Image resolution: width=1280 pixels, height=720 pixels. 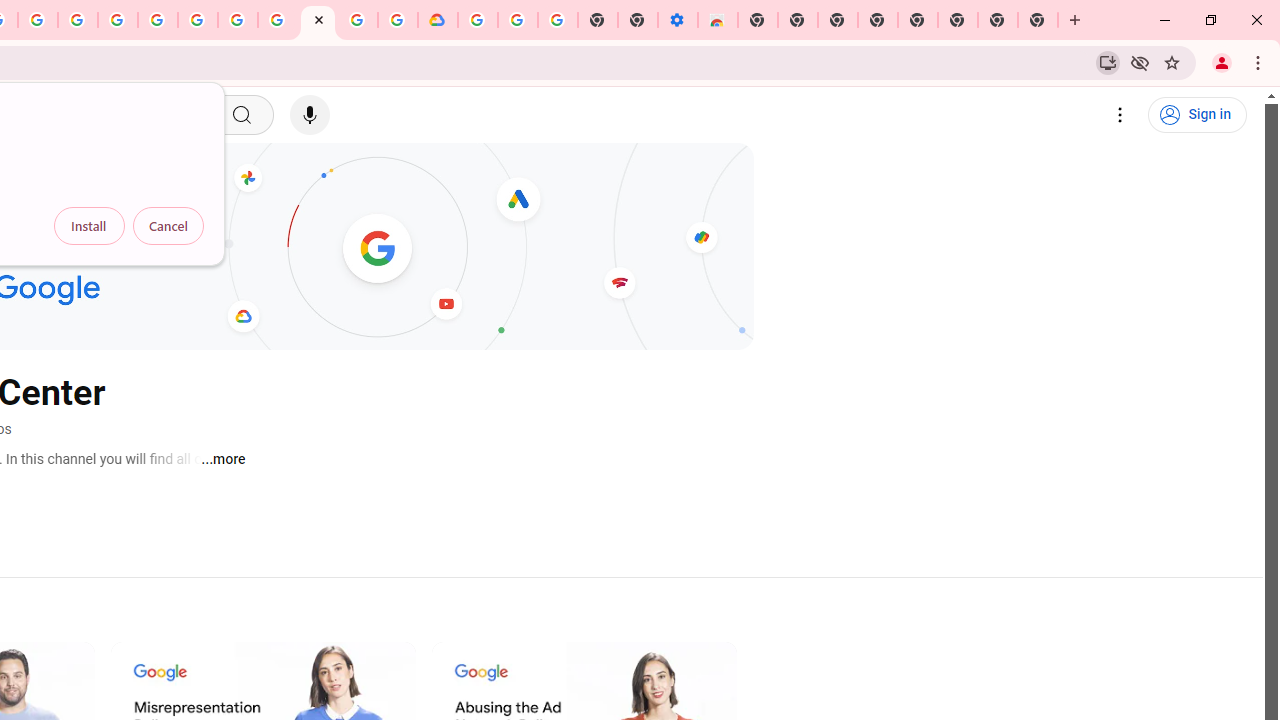 I want to click on 'Google Account Help', so click(x=238, y=20).